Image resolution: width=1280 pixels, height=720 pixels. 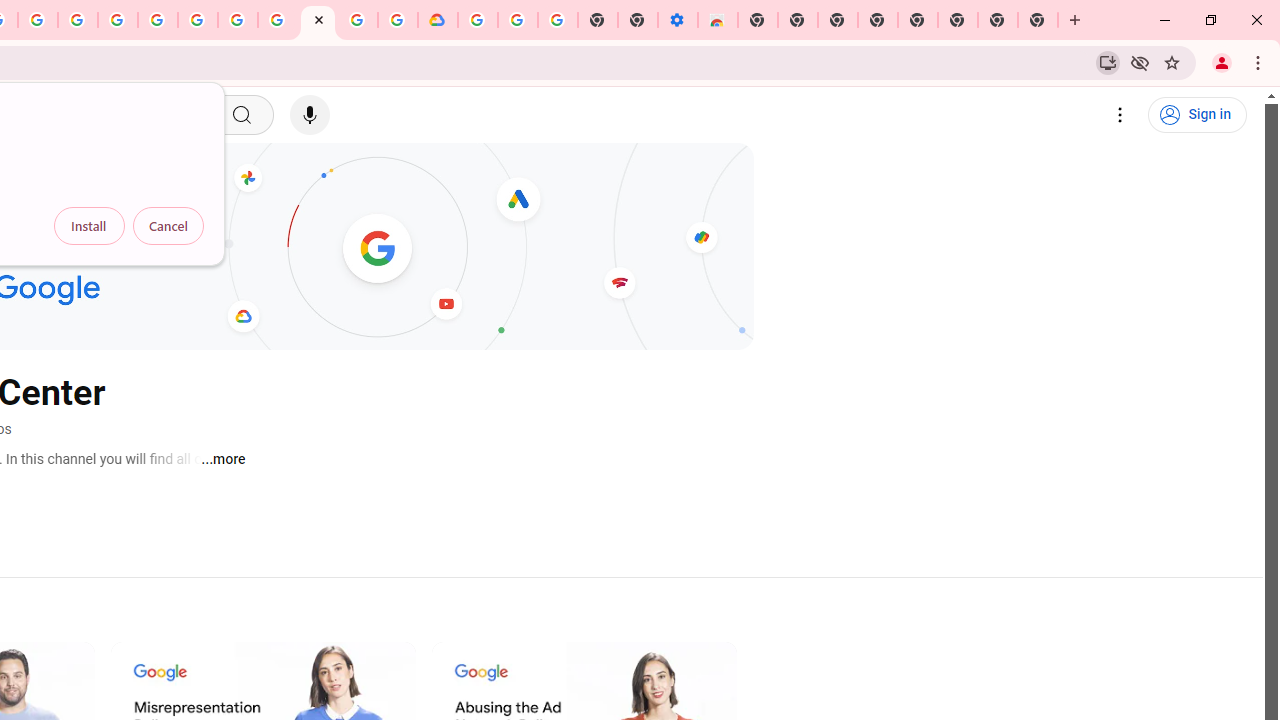 I want to click on 'Google Account Help', so click(x=238, y=20).